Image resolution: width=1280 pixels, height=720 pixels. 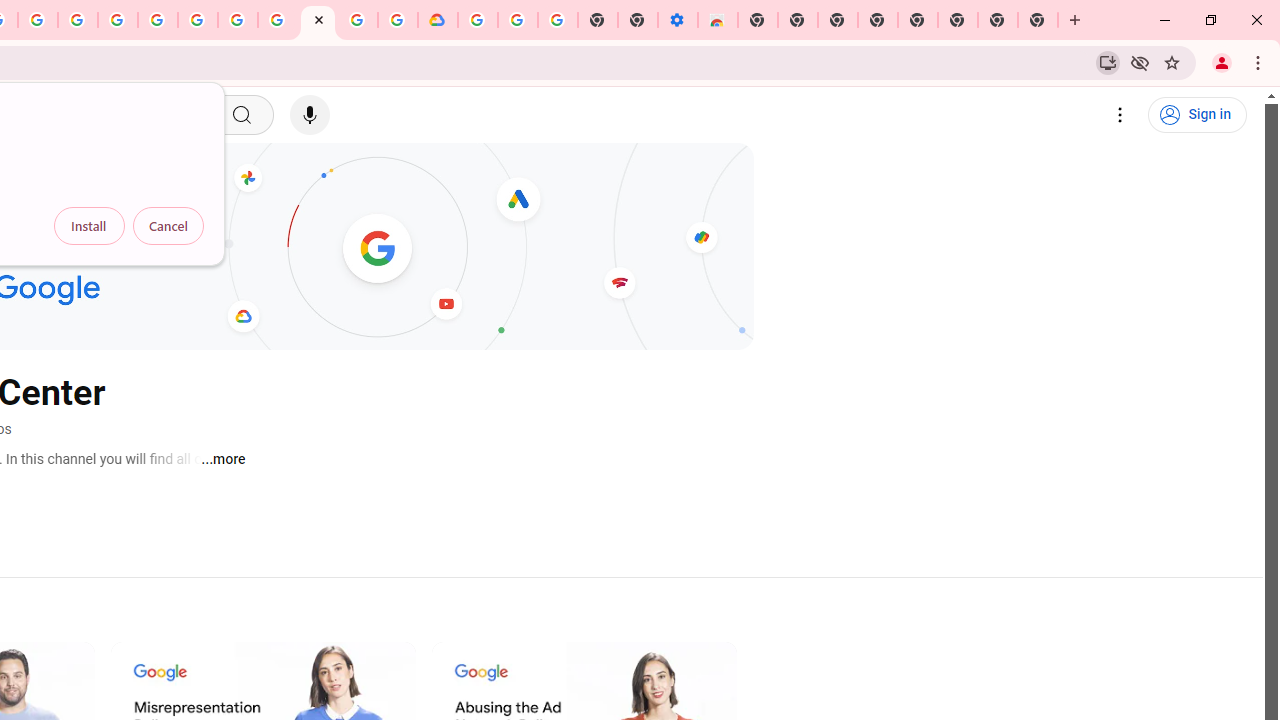 I want to click on 'Google Account Help', so click(x=238, y=20).